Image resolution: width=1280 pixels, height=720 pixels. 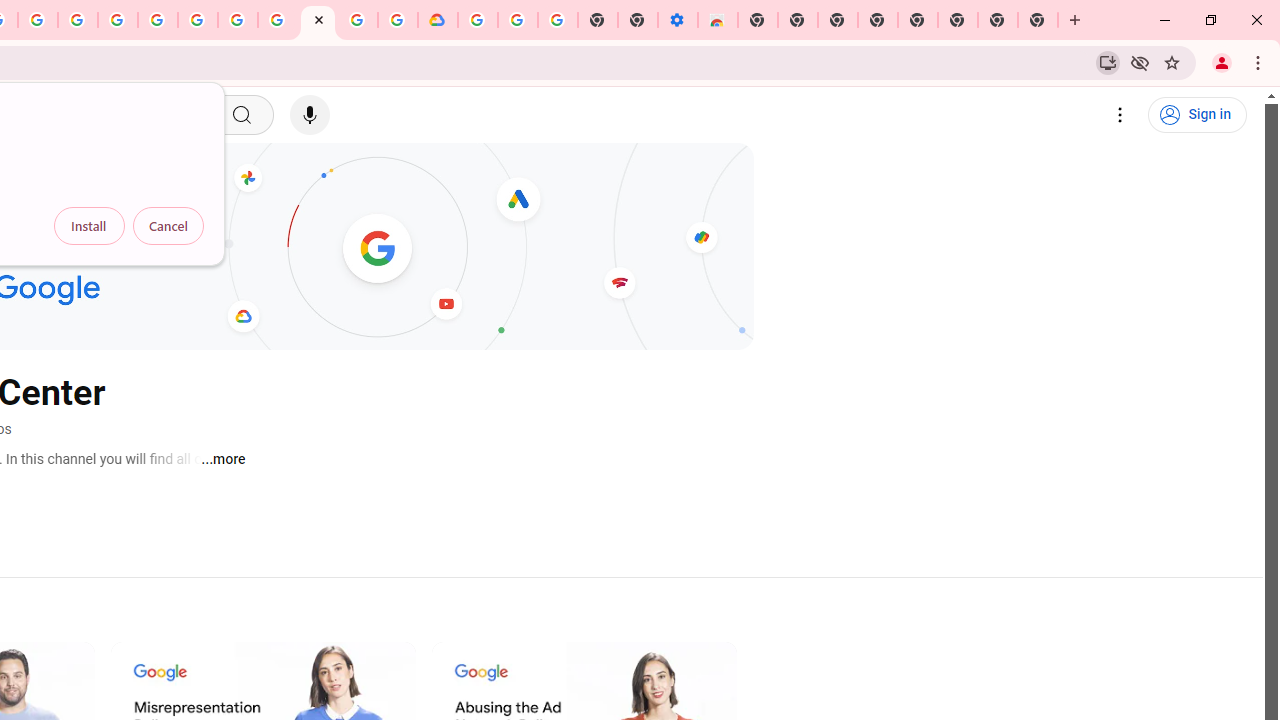 I want to click on 'Google Account Help', so click(x=238, y=20).